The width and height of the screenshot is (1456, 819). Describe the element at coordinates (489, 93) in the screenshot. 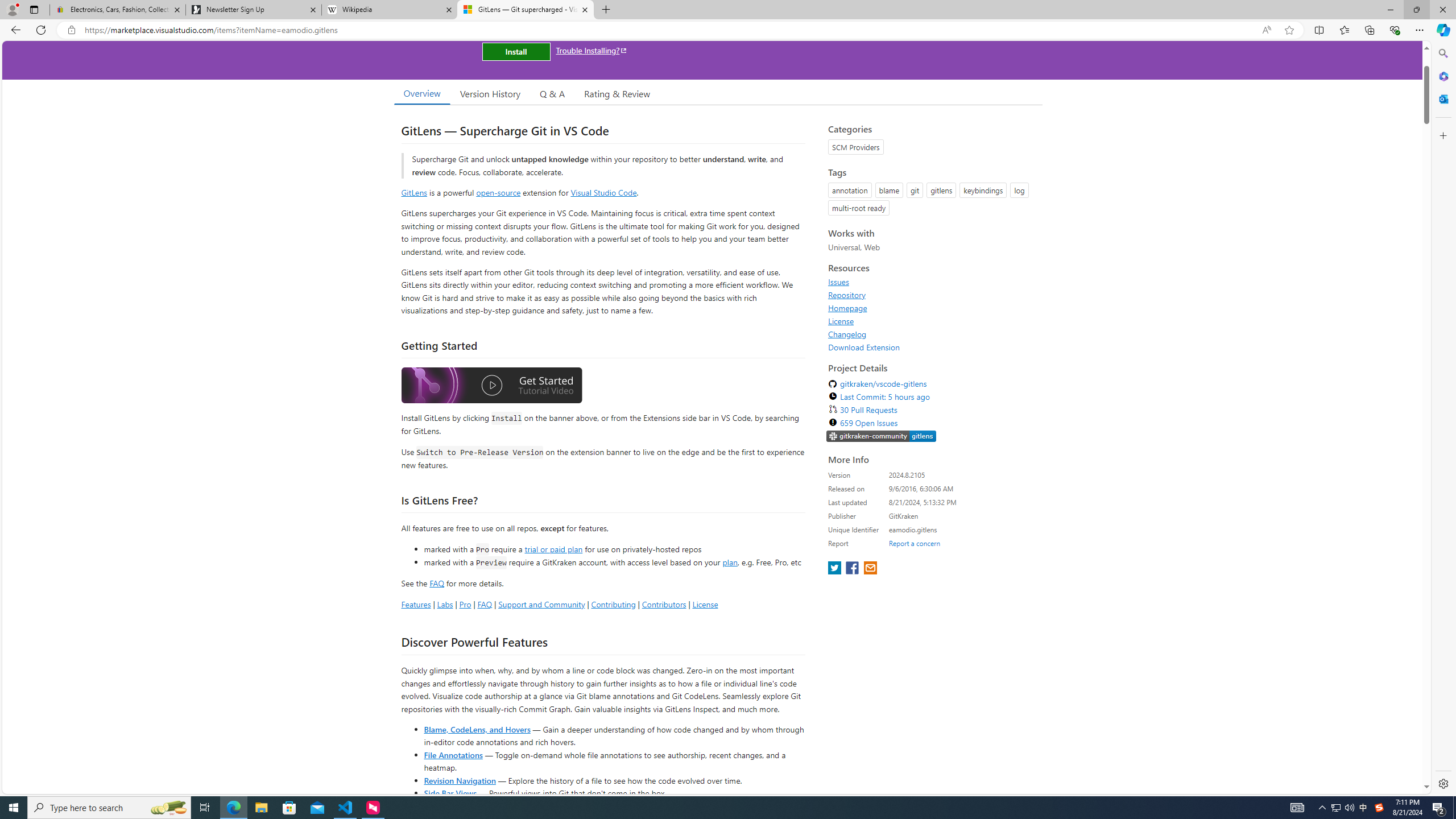

I see `'Version History'` at that location.